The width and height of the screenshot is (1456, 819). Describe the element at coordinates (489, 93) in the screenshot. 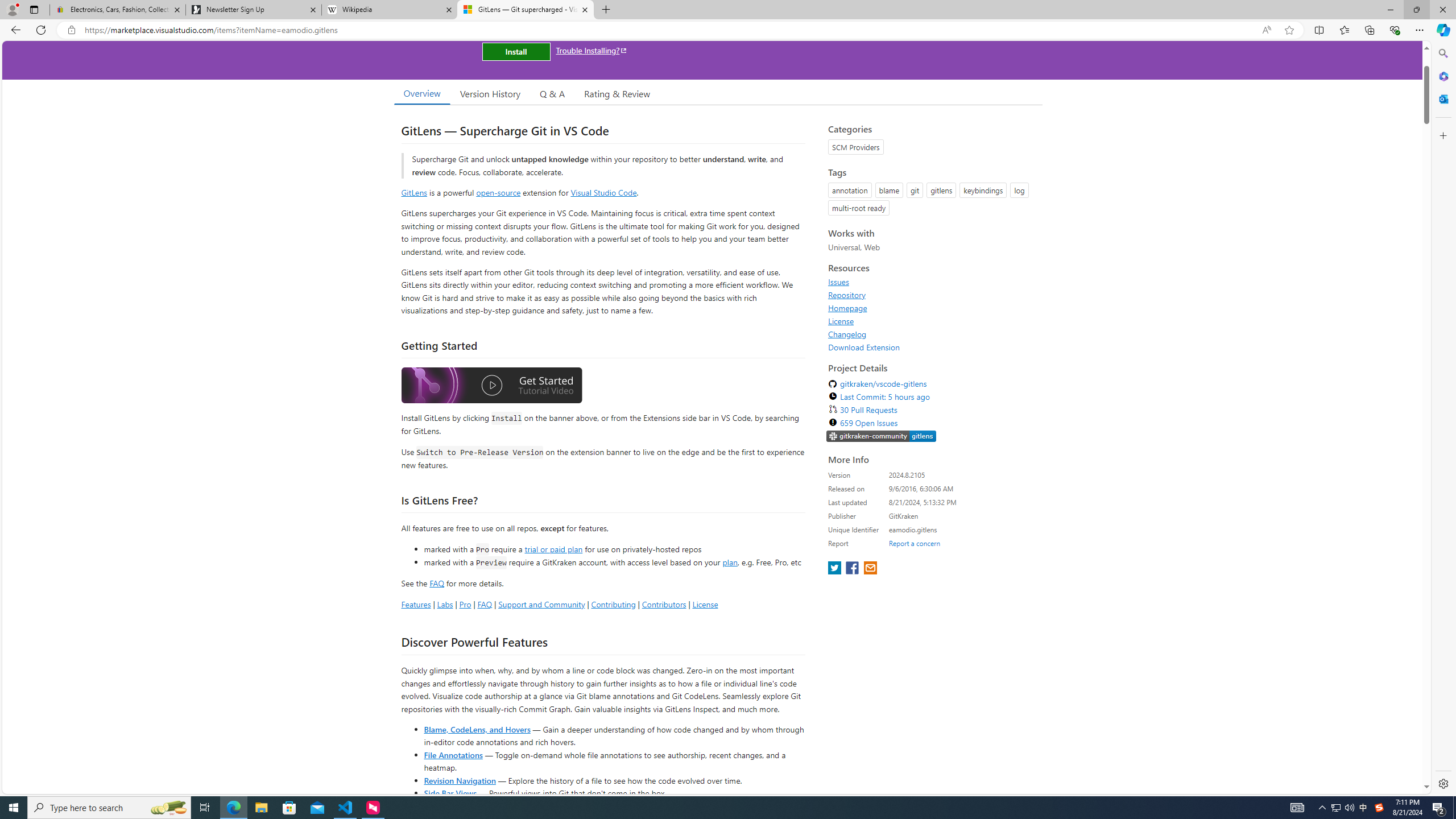

I see `'Version History'` at that location.